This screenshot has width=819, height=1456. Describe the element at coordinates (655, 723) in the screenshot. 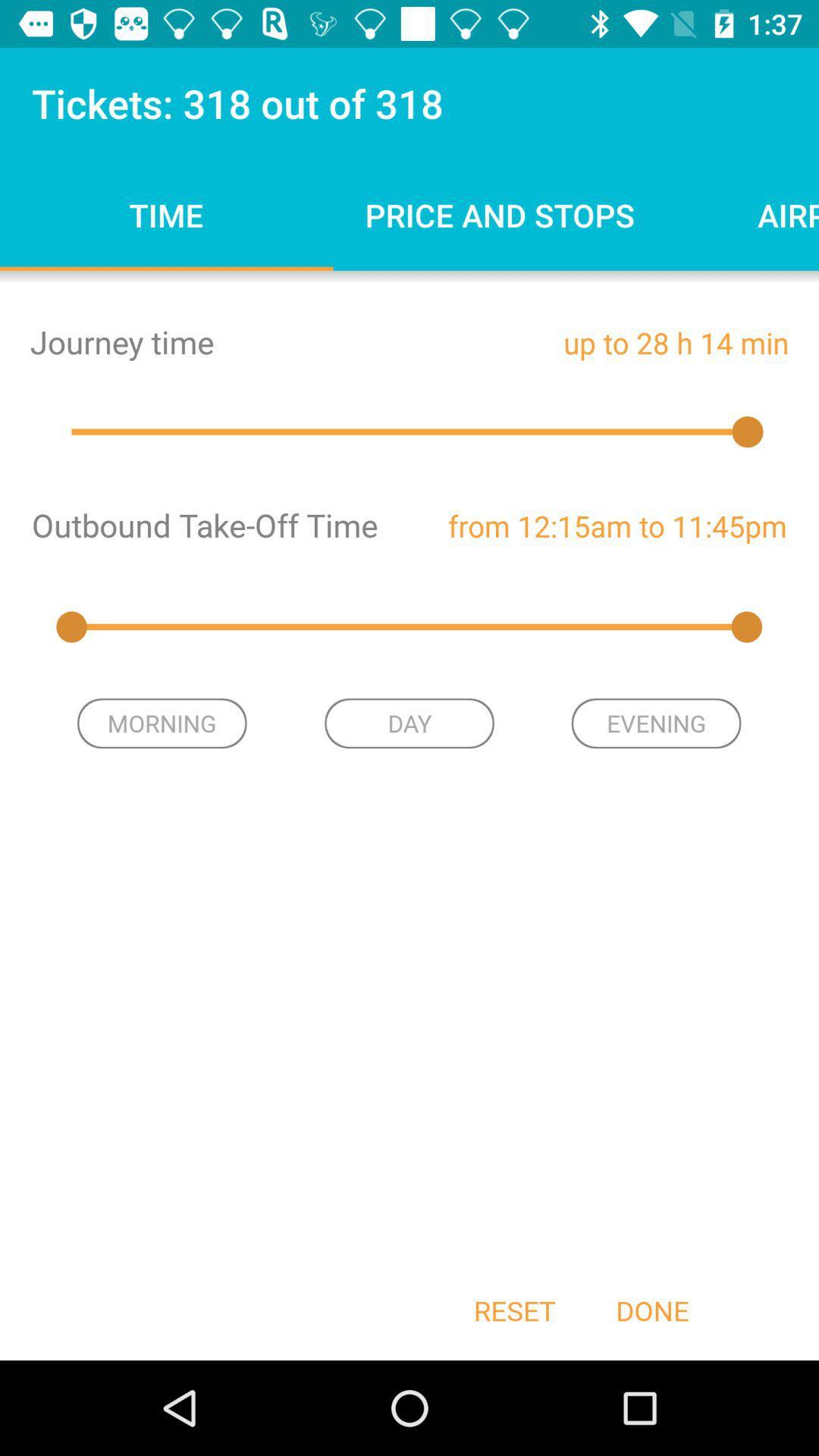

I see `item next to the day icon` at that location.